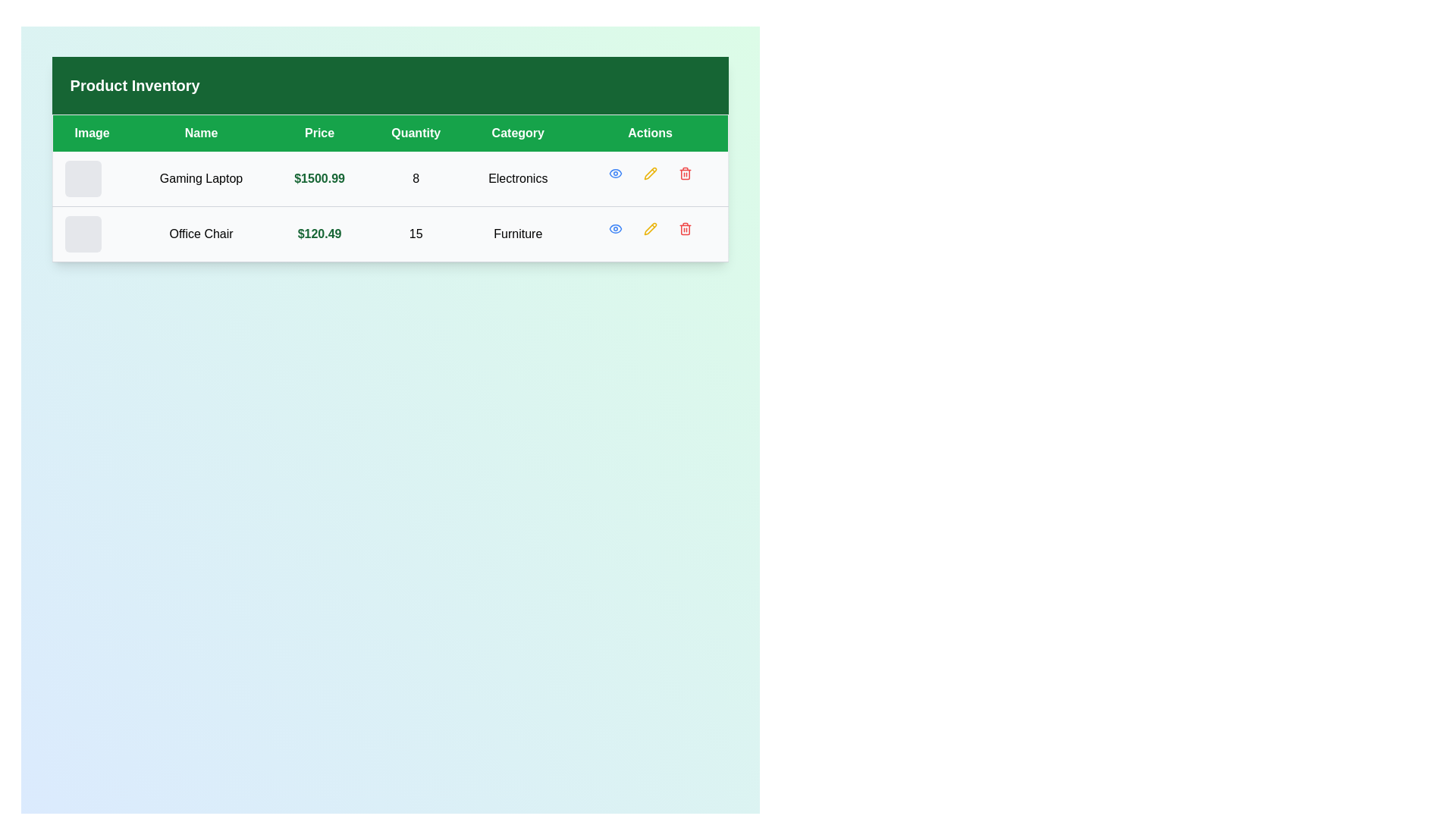 The height and width of the screenshot is (819, 1456). Describe the element at coordinates (390, 187) in the screenshot. I see `items in the product inventory table if checkmarks are provided by clicking on the specified center point of the table` at that location.